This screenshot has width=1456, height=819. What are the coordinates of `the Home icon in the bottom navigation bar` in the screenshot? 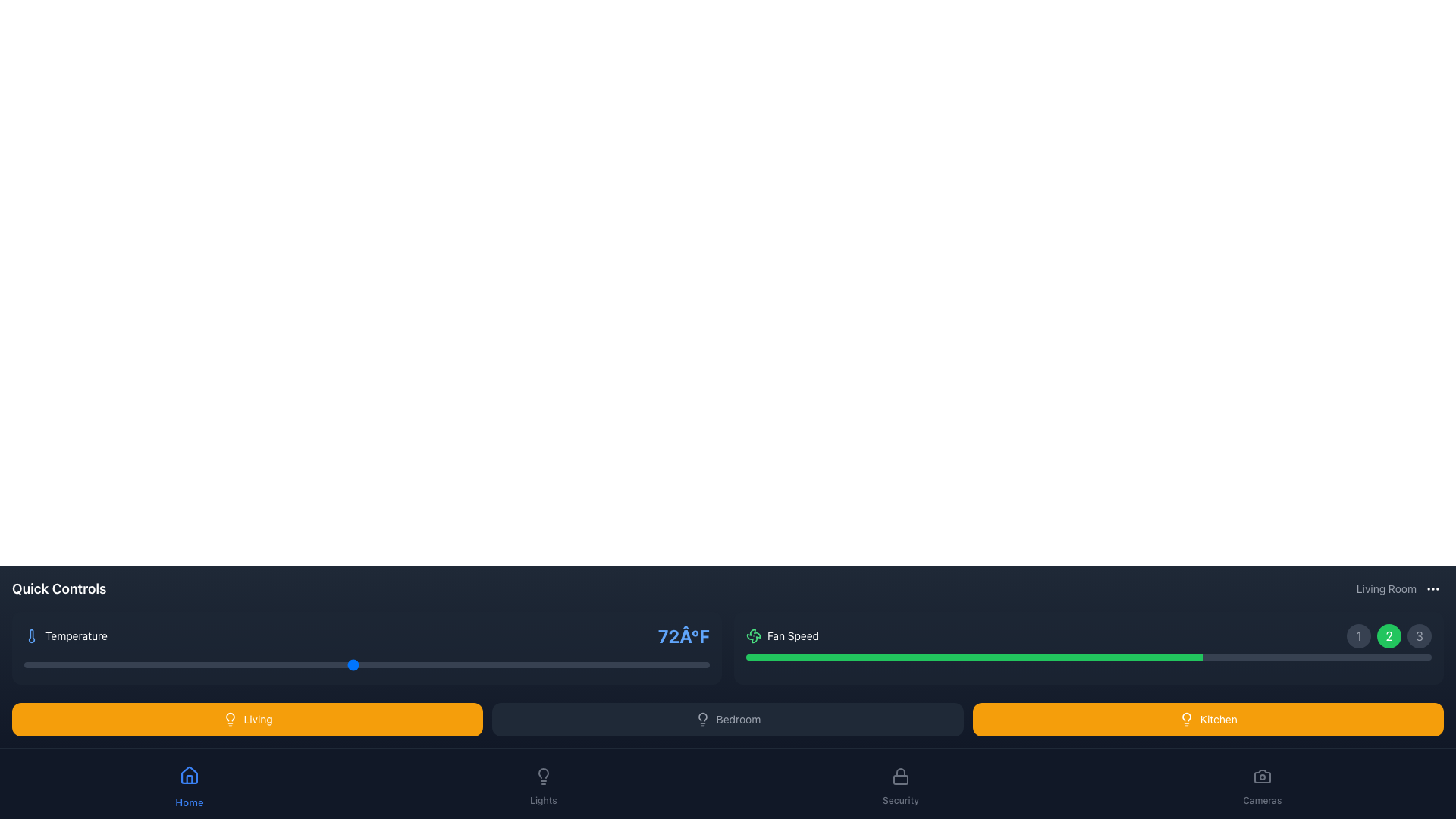 It's located at (188, 775).